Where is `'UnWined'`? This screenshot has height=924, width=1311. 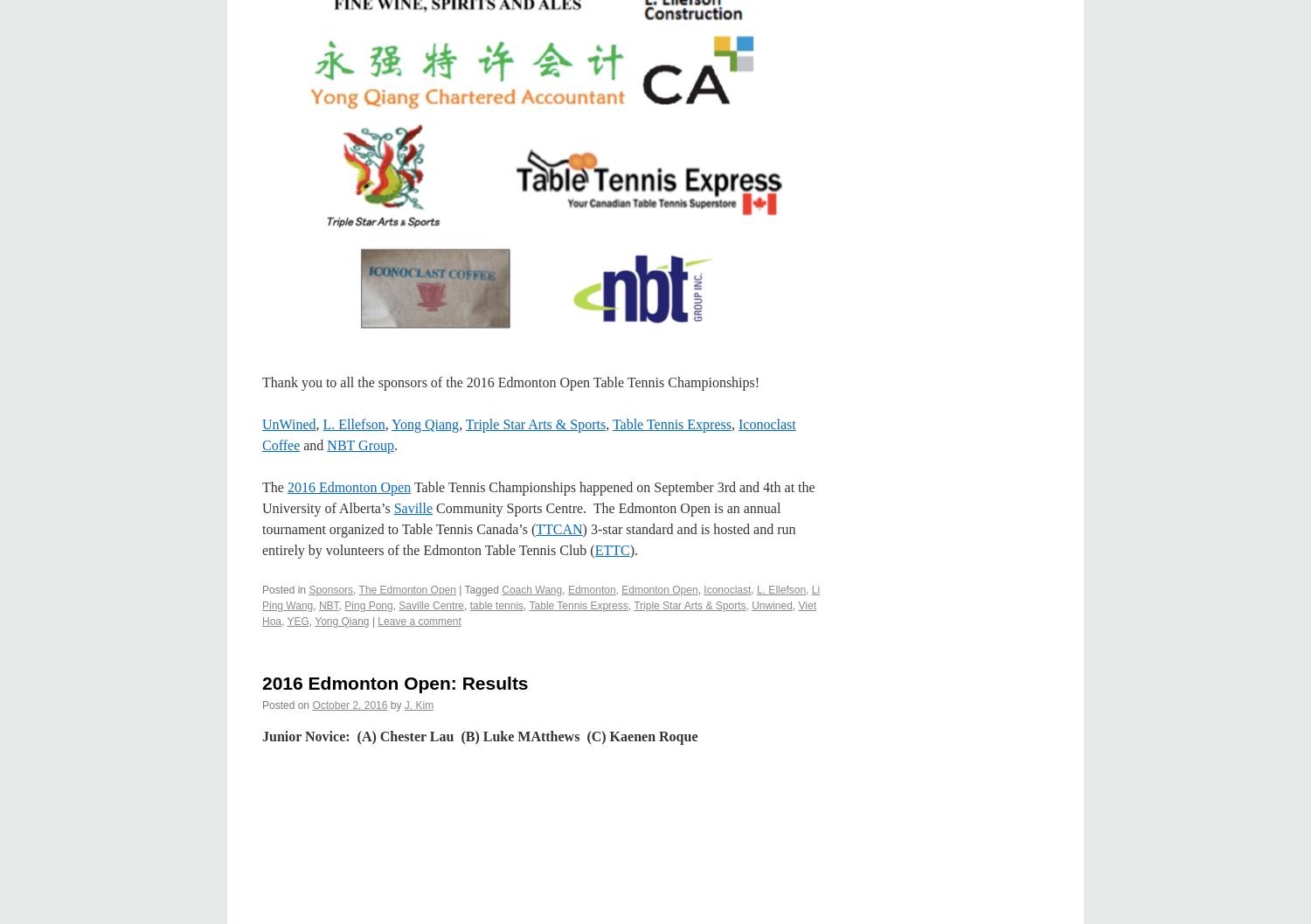 'UnWined' is located at coordinates (288, 423).